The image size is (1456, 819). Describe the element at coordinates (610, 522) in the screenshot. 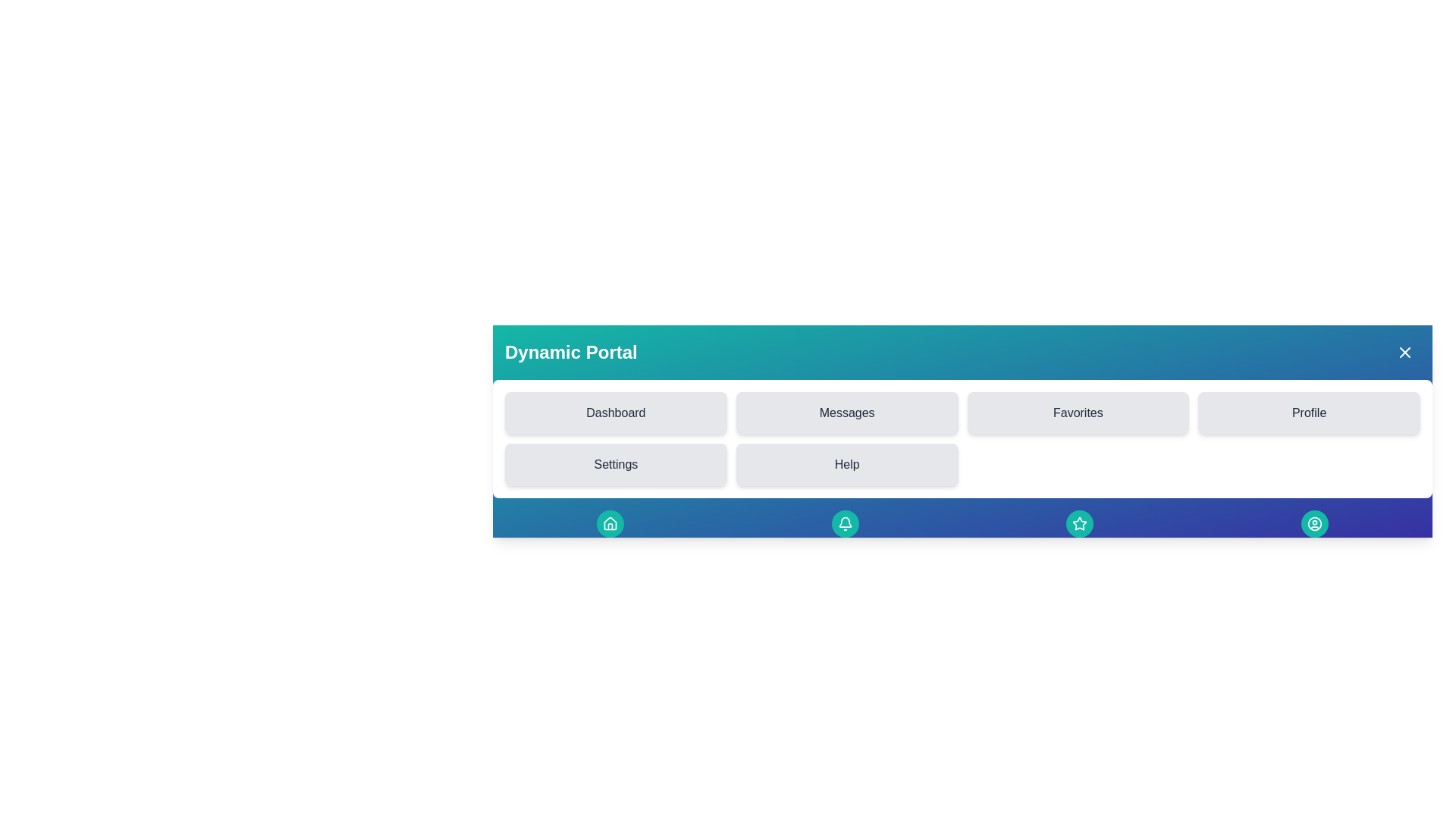

I see `the Home button in the footer` at that location.